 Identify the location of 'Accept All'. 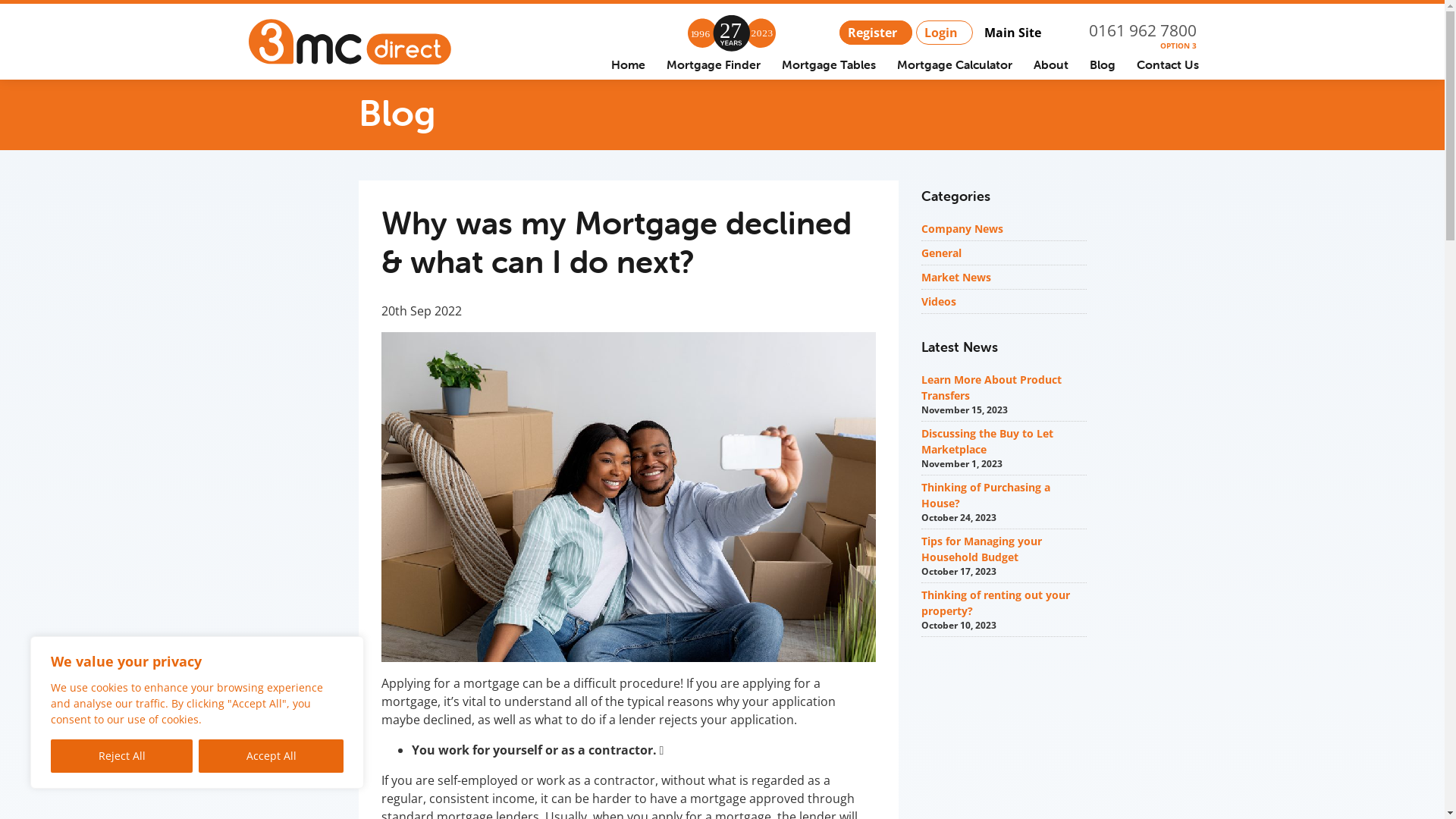
(271, 755).